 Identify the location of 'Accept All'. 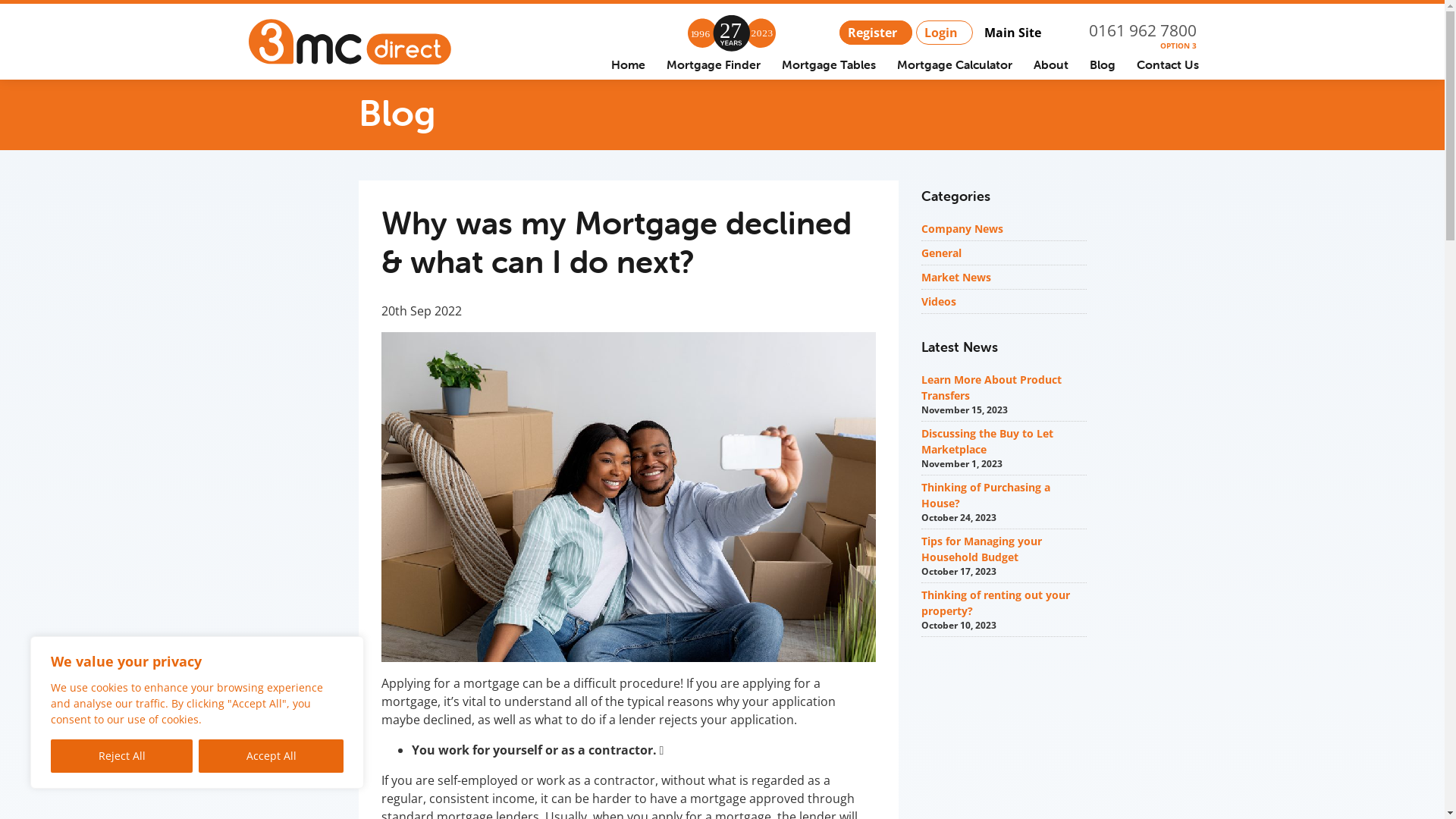
(271, 755).